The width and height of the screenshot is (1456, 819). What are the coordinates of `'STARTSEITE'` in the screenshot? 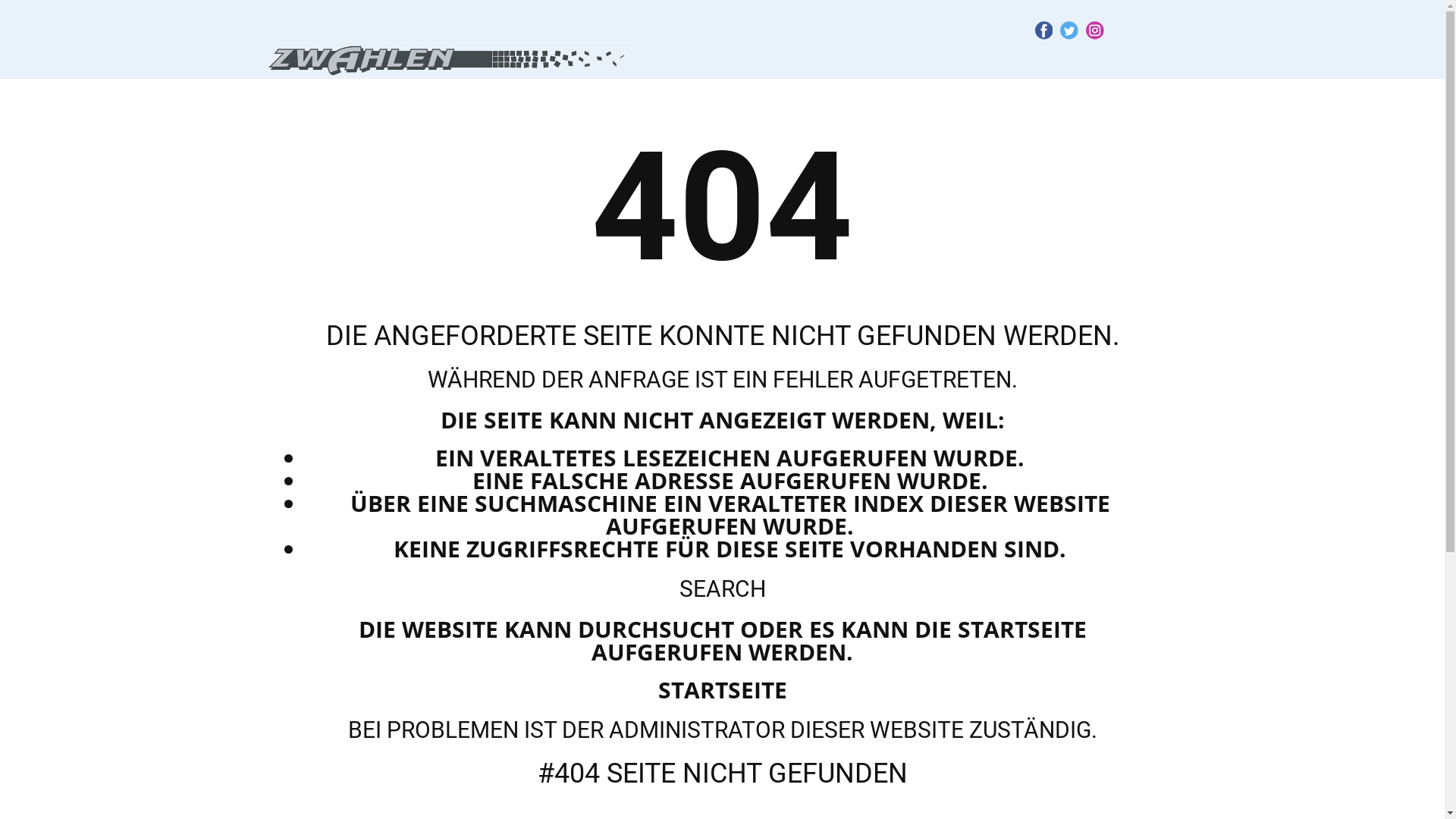 It's located at (722, 689).